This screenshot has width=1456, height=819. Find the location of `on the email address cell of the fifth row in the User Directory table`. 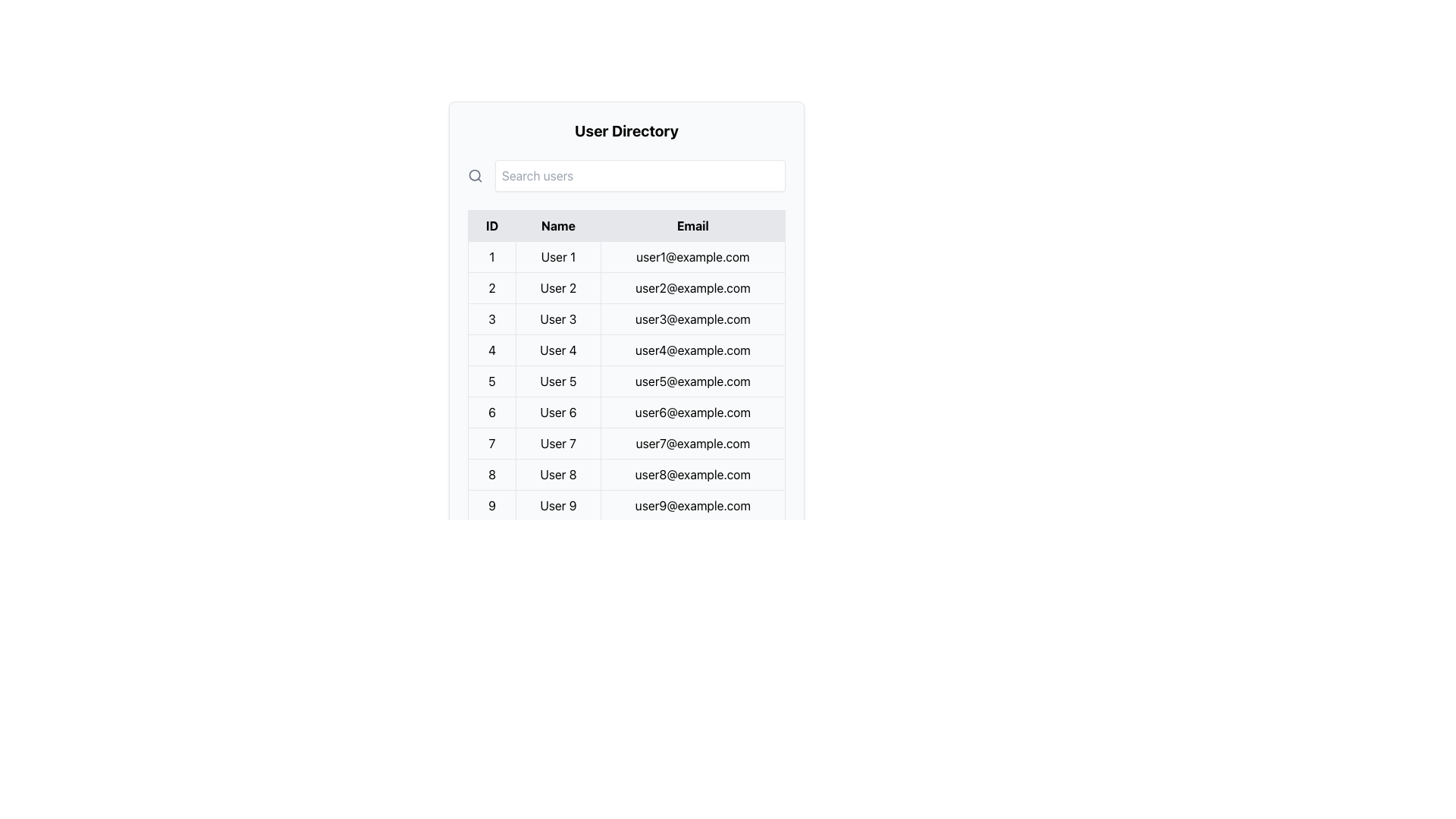

on the email address cell of the fifth row in the User Directory table is located at coordinates (626, 380).